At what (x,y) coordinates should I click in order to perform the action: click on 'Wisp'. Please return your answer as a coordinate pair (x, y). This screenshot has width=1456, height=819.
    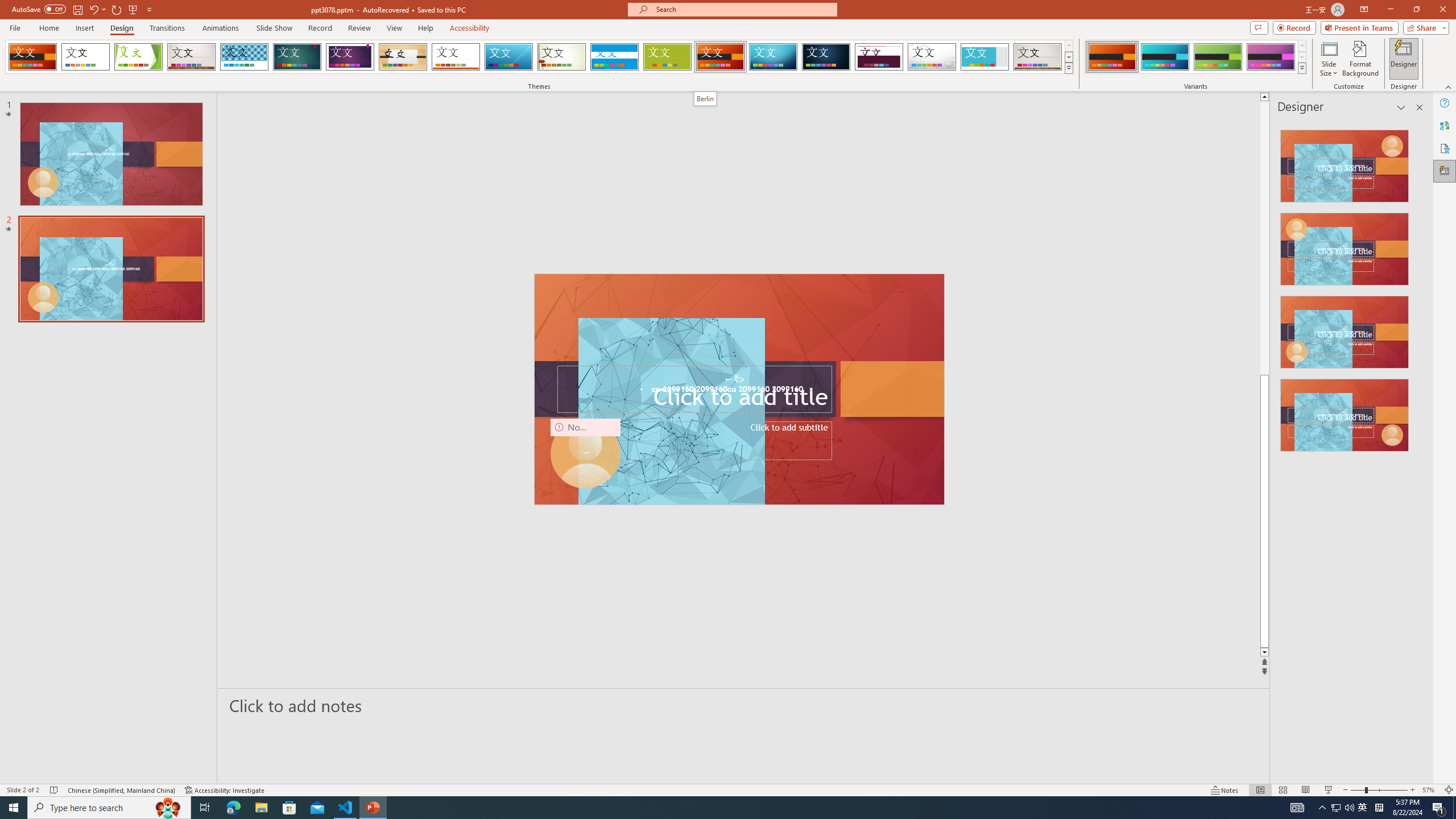
    Looking at the image, I should click on (561, 56).